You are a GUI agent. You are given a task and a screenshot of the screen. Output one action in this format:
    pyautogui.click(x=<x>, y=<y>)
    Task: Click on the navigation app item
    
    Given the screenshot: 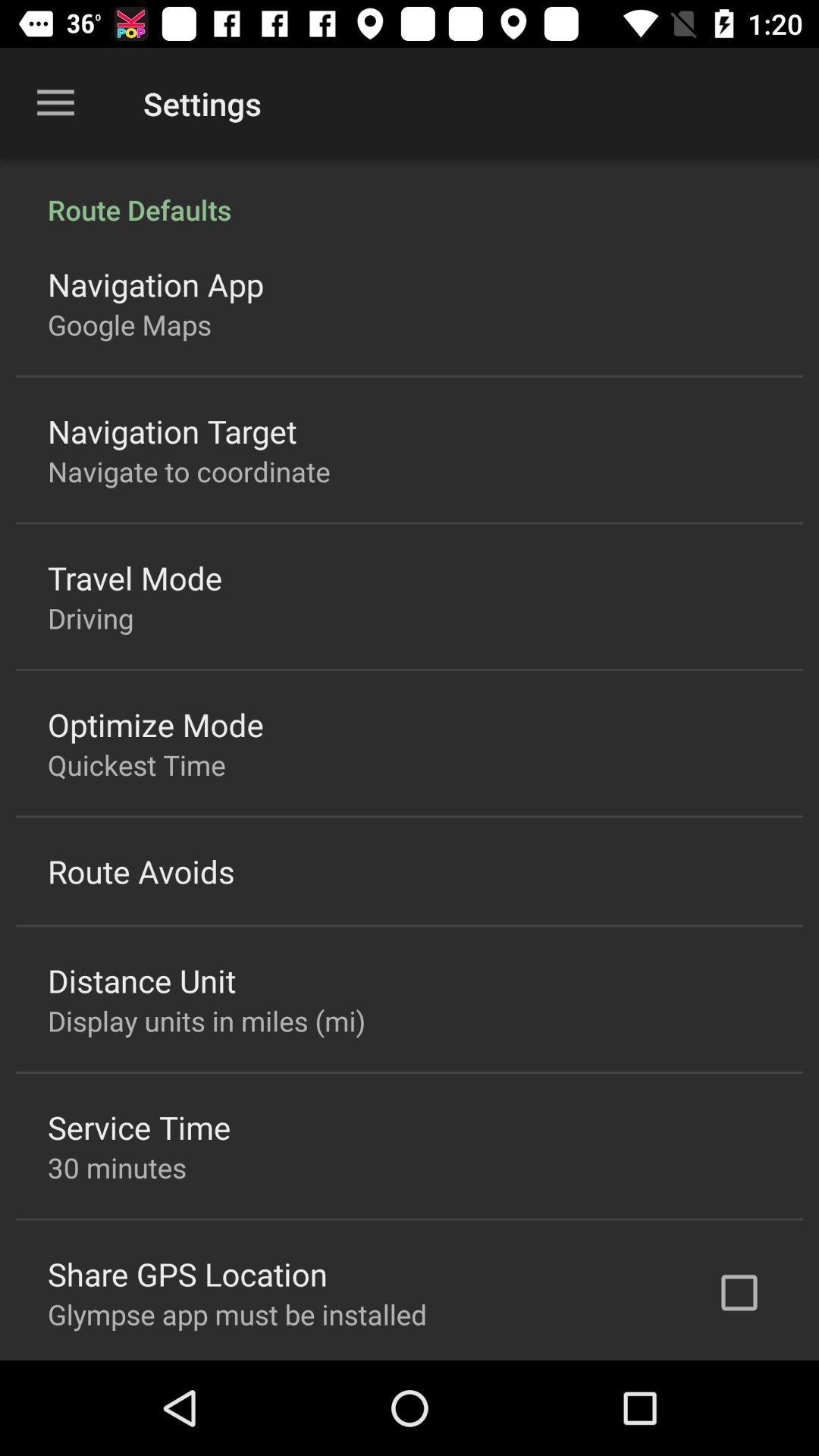 What is the action you would take?
    pyautogui.click(x=155, y=284)
    